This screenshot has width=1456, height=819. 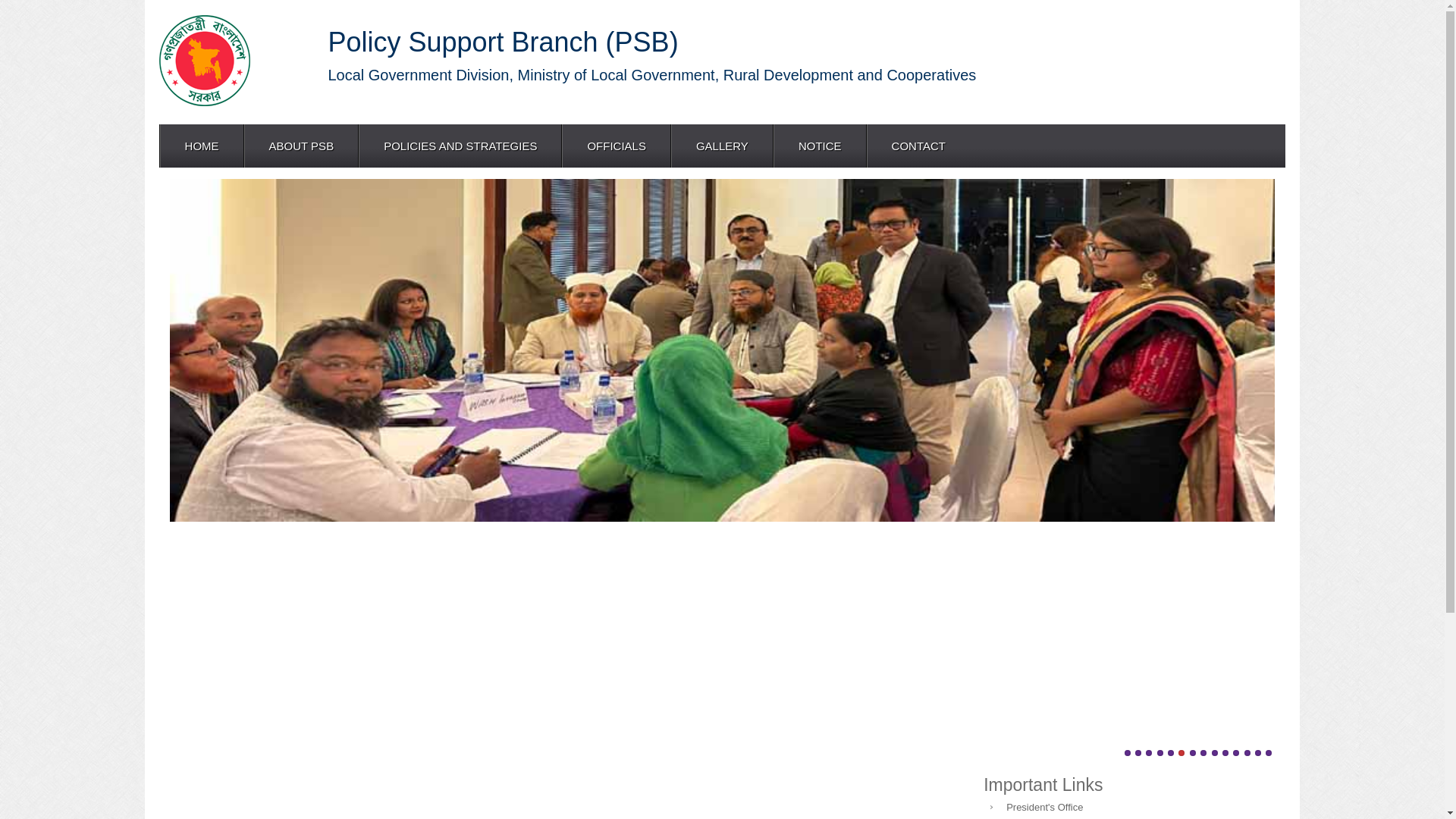 What do you see at coordinates (1247, 752) in the screenshot?
I see `'12'` at bounding box center [1247, 752].